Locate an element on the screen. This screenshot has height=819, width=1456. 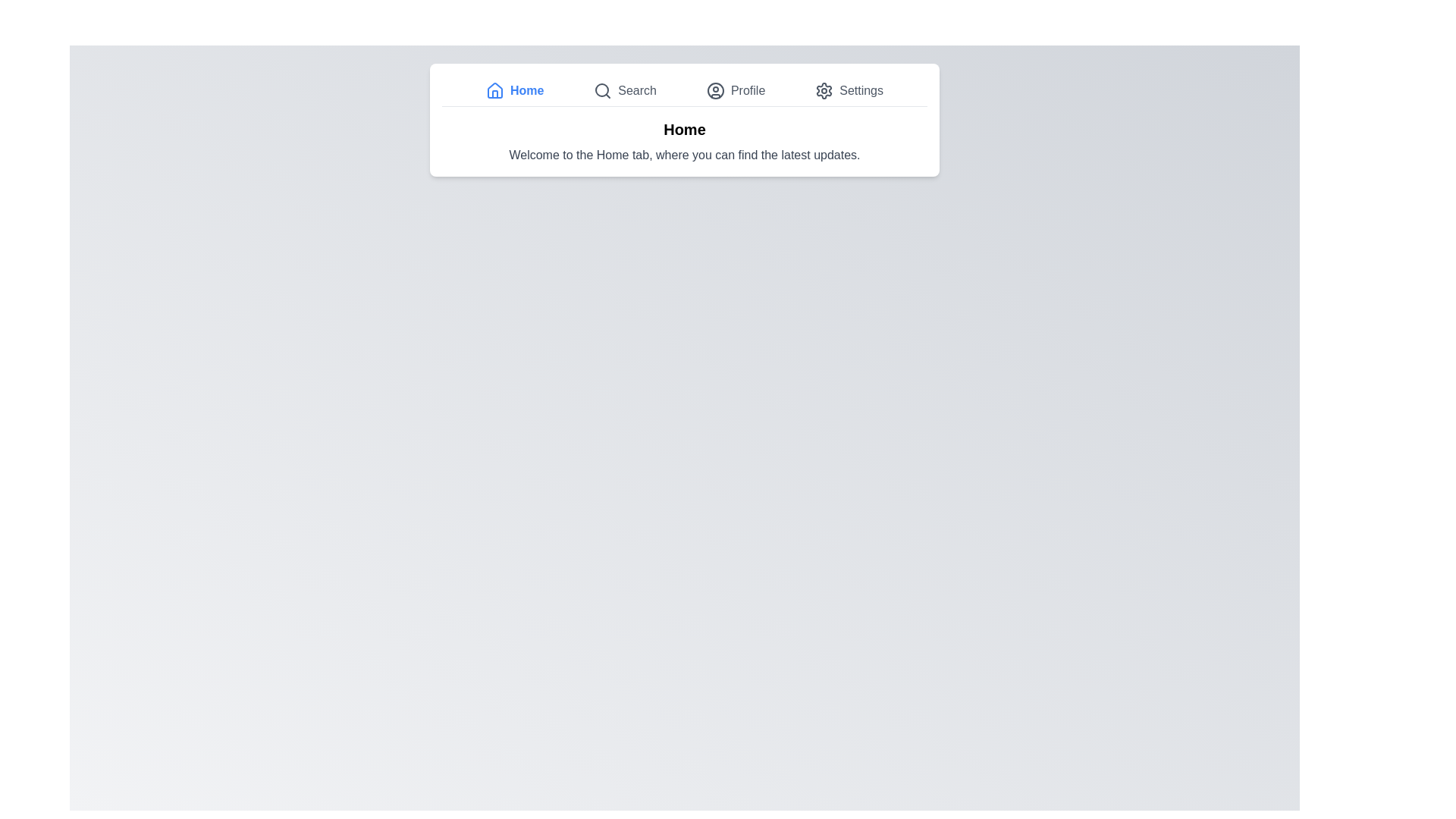
the gear-shaped 'Settings' icon button located in the top navigation bar is located at coordinates (824, 90).